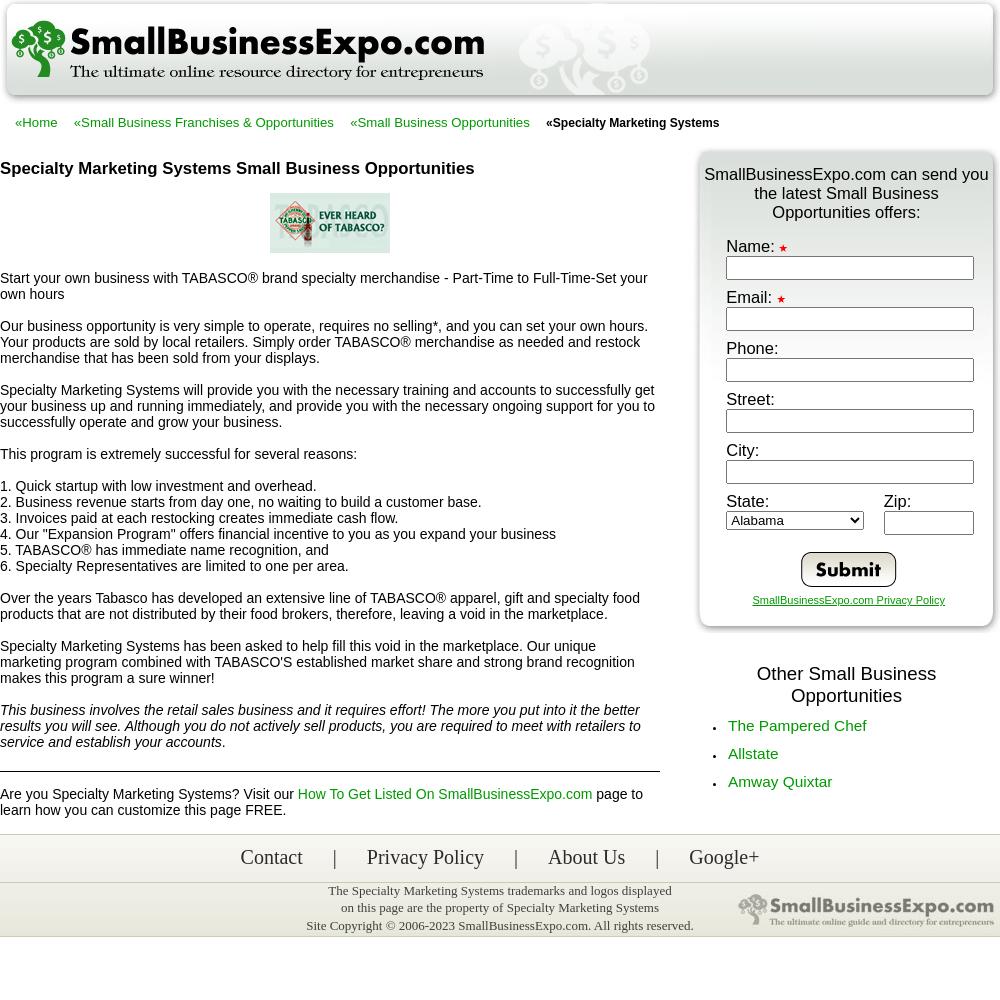 The image size is (1000, 1000). I want to click on '«Home', so click(36, 121).